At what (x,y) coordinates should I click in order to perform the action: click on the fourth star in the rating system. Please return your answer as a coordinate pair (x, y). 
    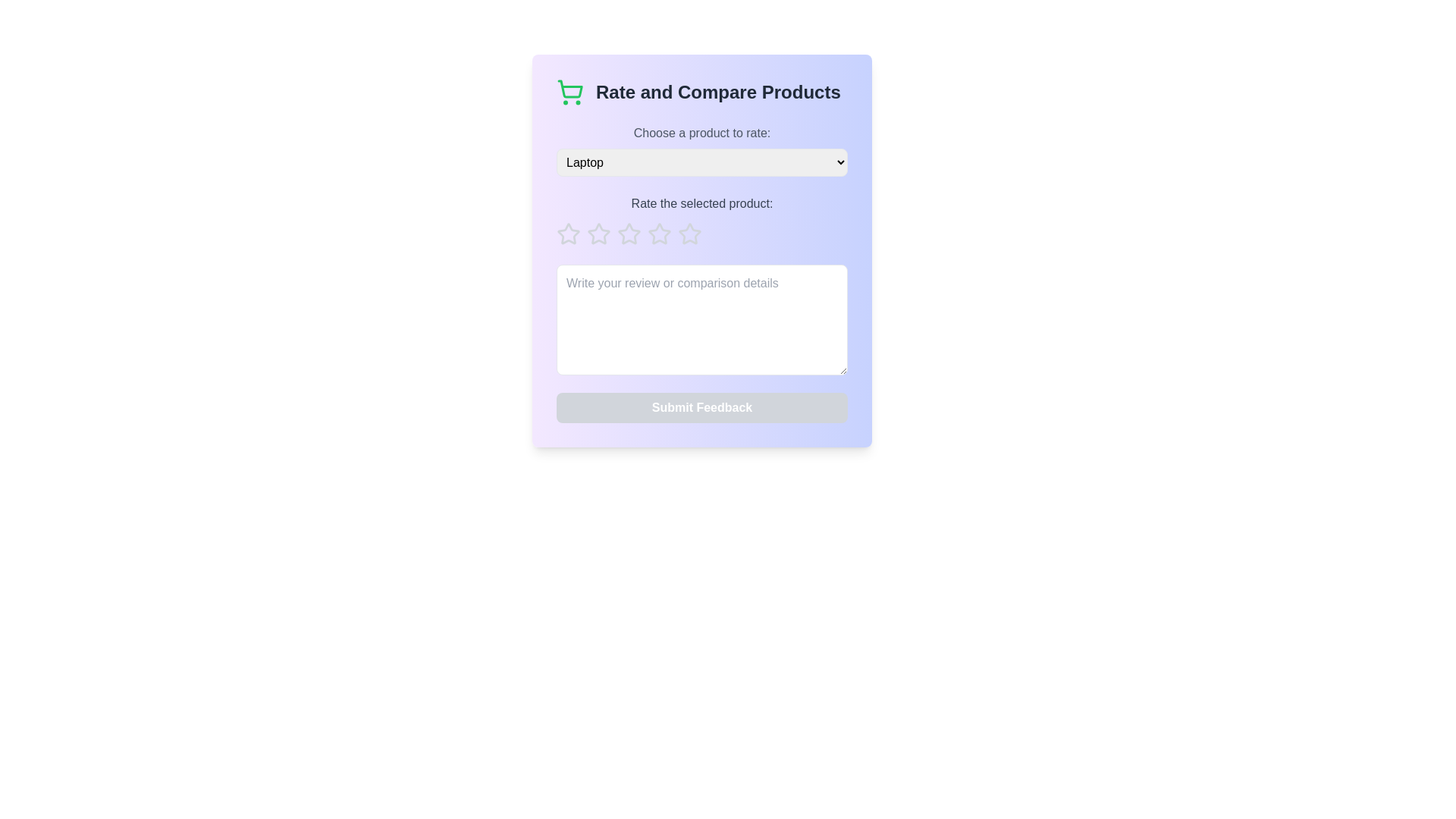
    Looking at the image, I should click on (659, 234).